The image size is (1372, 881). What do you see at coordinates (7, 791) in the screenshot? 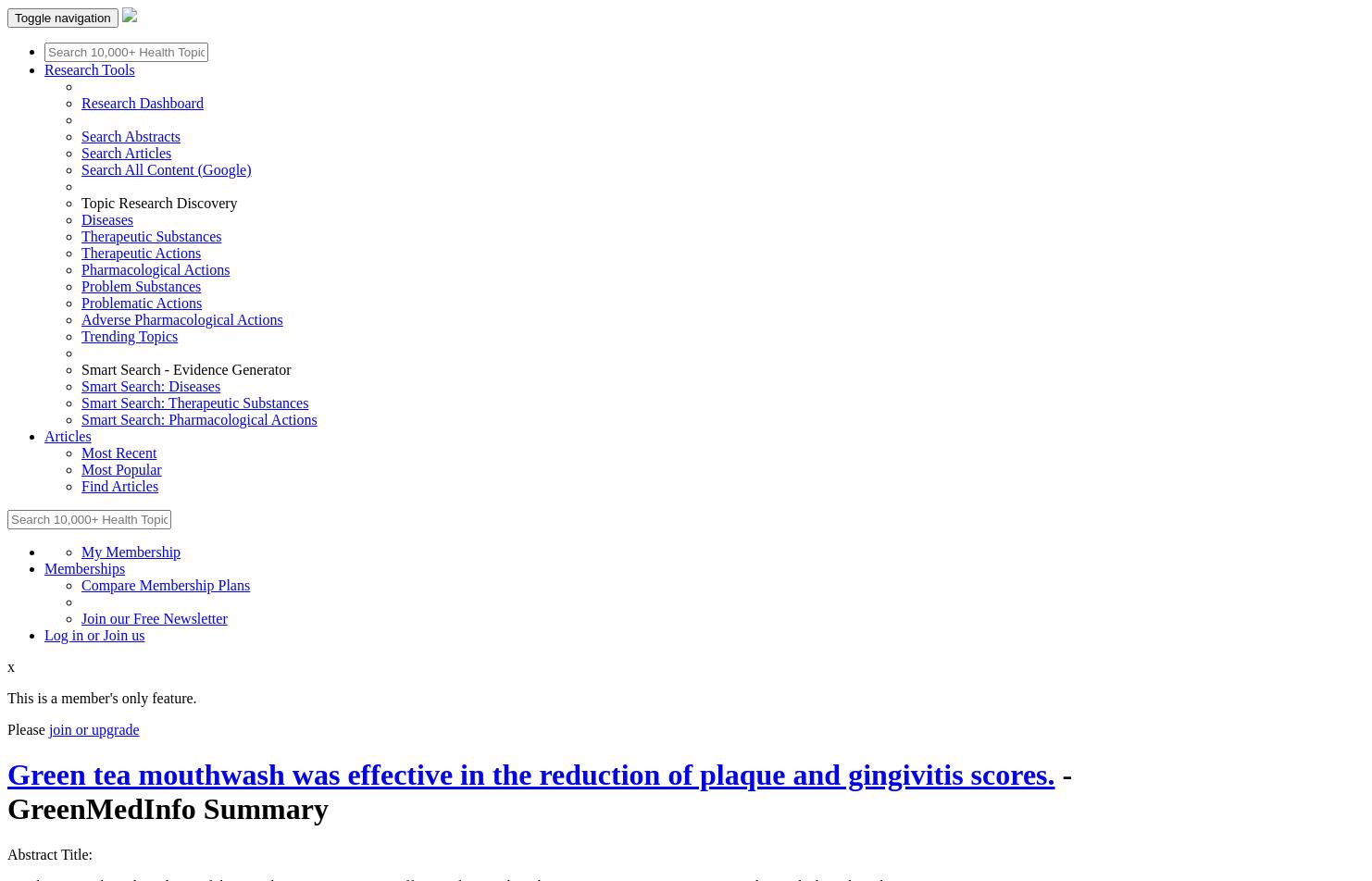
I see `'- GreenMedInfo Summary'` at bounding box center [7, 791].